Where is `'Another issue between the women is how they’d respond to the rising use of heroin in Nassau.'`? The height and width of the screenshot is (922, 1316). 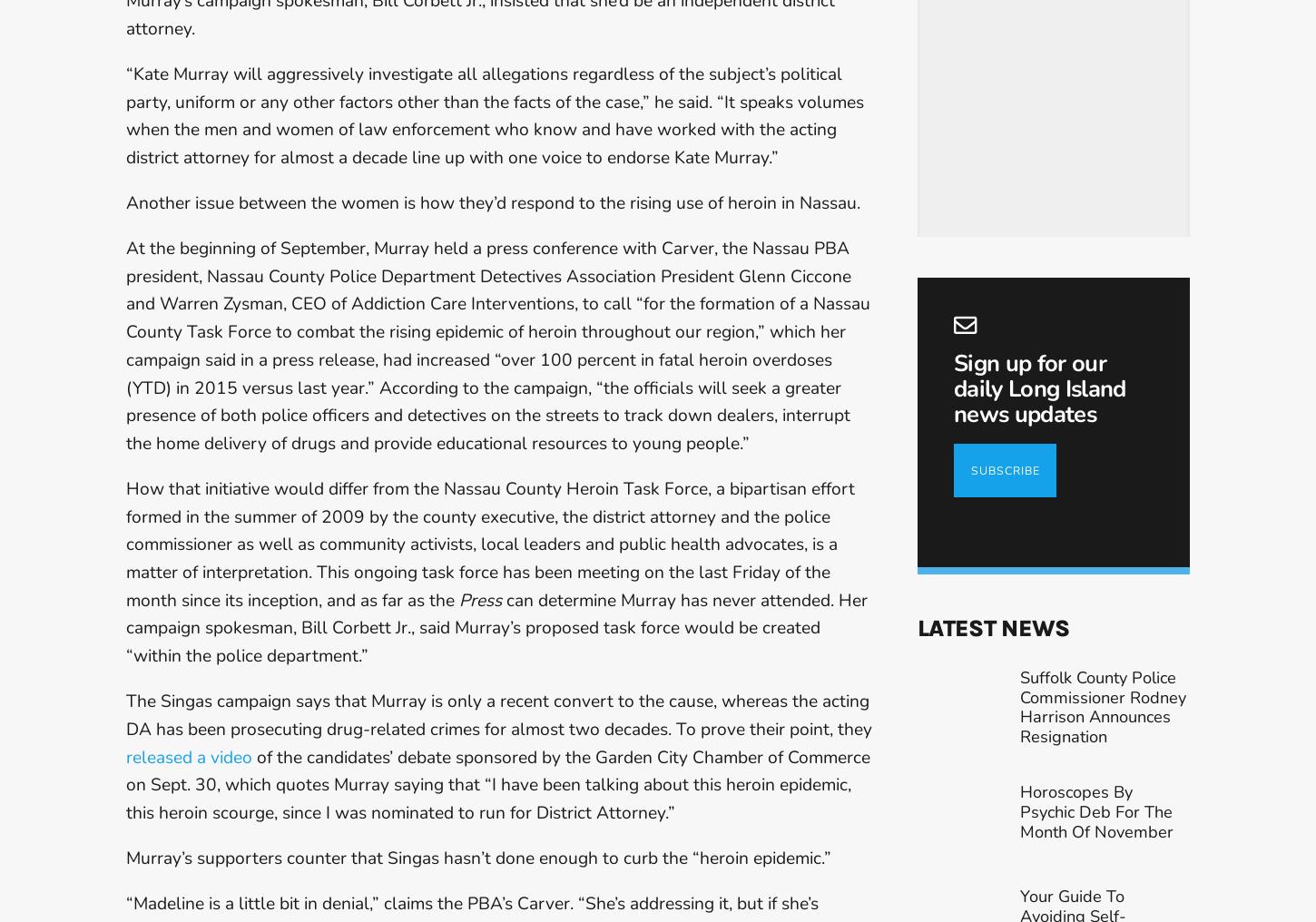 'Another issue between the women is how they’d respond to the rising use of heroin in Nassau.' is located at coordinates (493, 203).